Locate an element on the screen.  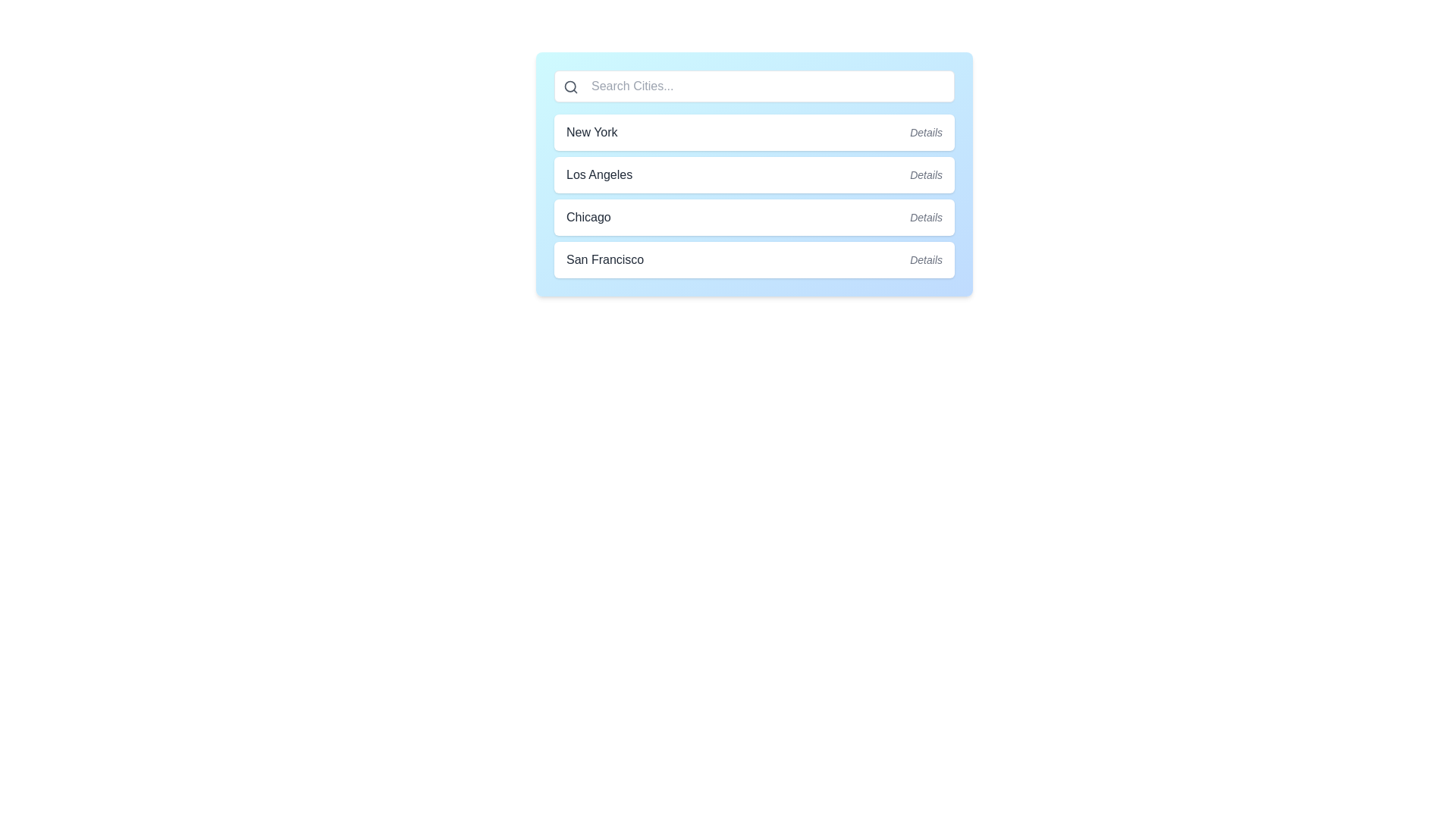
the third list item that represents 'Chicago' to activate its details is located at coordinates (754, 217).